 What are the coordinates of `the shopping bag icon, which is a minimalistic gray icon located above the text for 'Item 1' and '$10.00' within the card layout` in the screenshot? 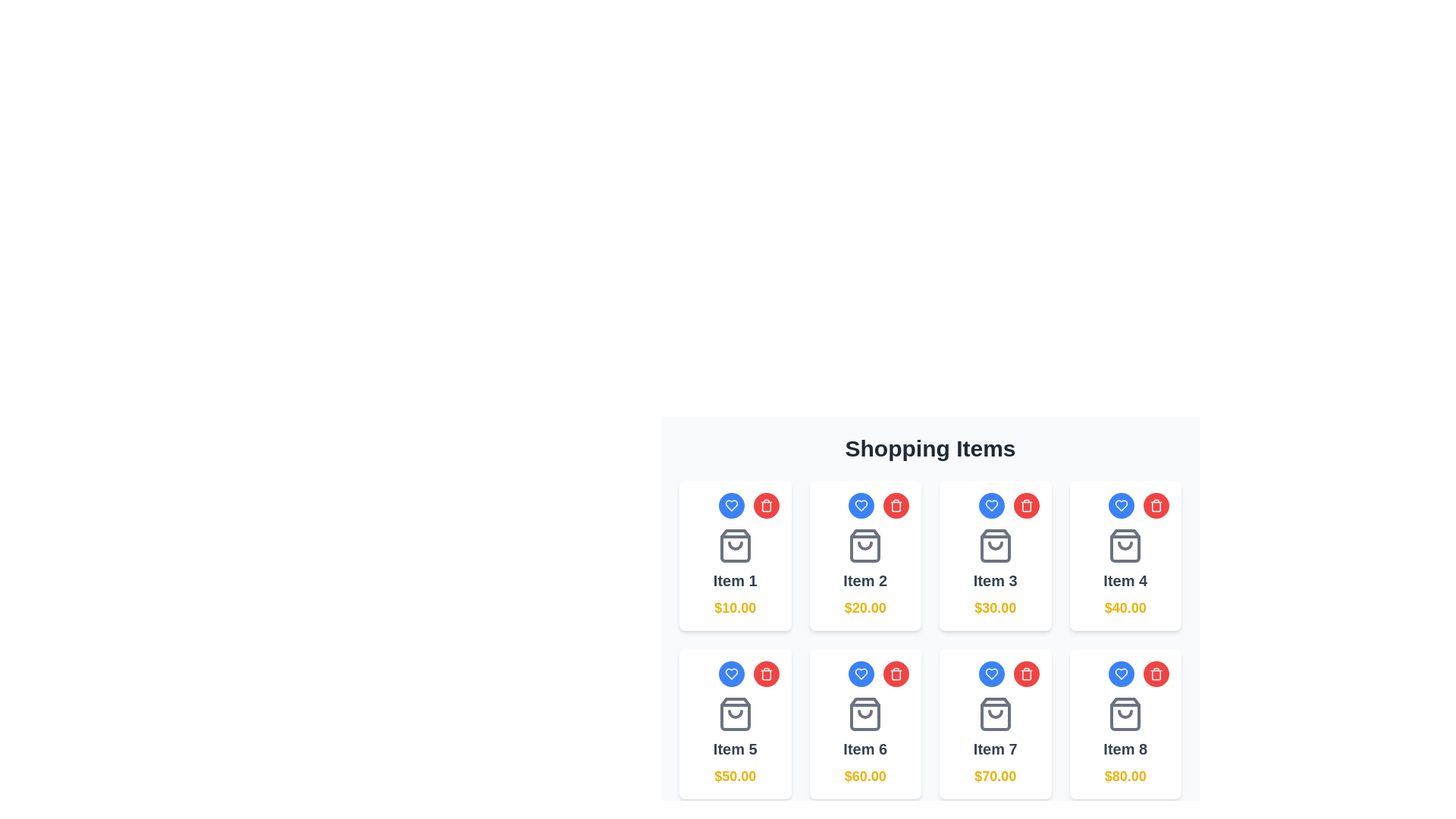 It's located at (735, 546).